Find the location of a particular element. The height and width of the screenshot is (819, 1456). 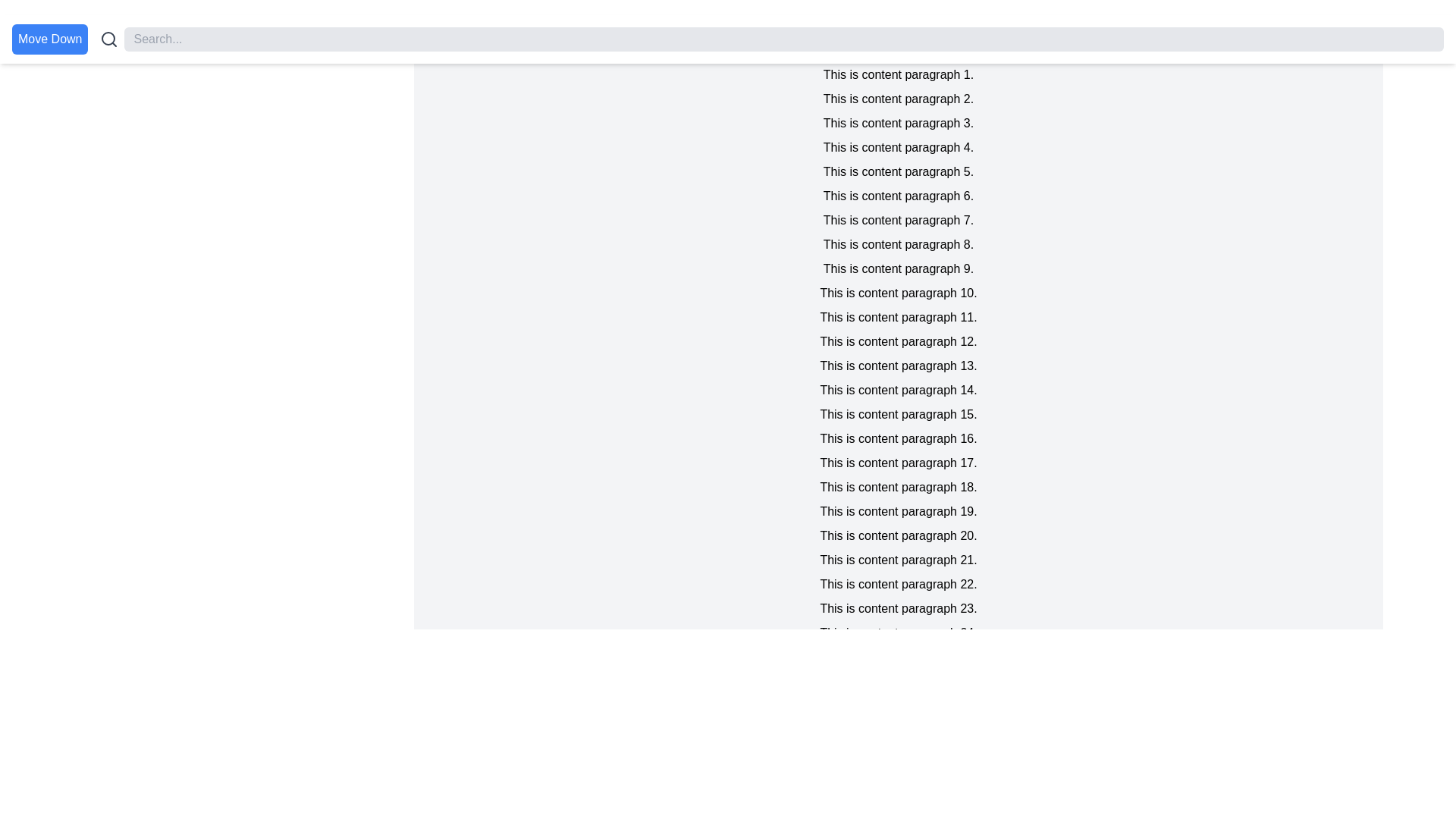

the 19th paragraph of static text is located at coordinates (899, 512).